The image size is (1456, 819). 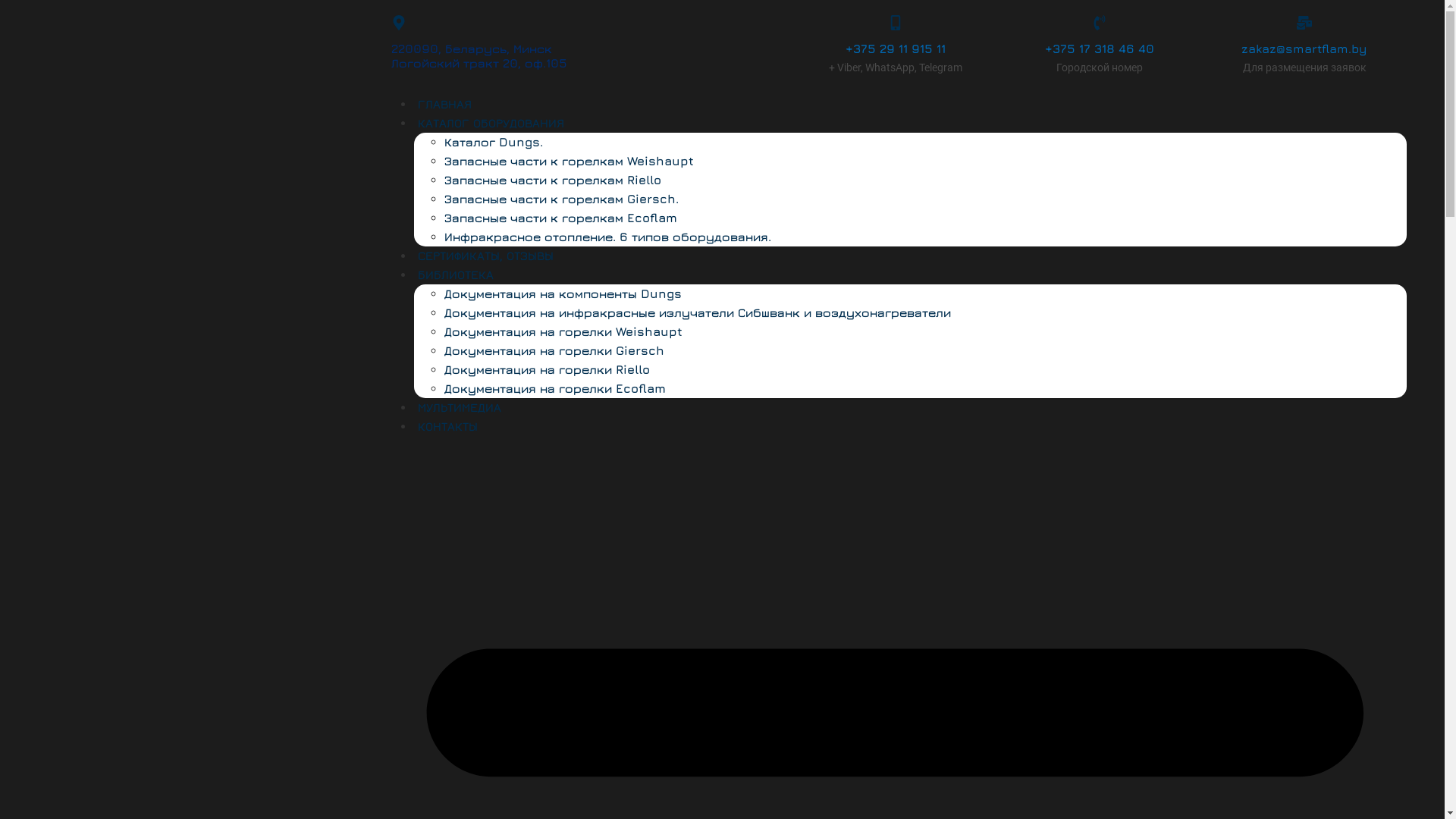 What do you see at coordinates (1099, 48) in the screenshot?
I see `'+375 17 318 46 40'` at bounding box center [1099, 48].